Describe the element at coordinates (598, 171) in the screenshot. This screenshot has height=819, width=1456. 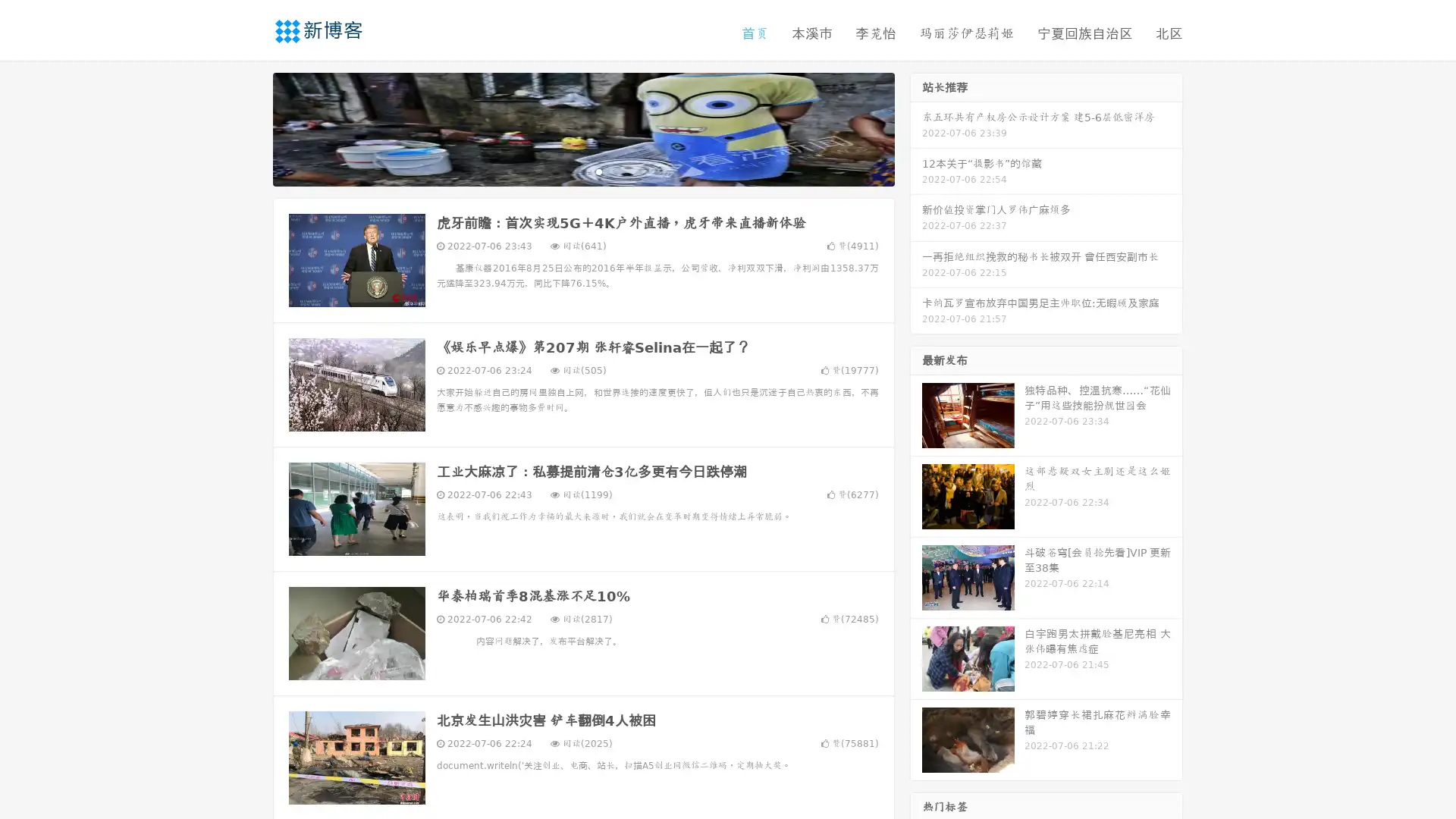
I see `Go to slide 3` at that location.